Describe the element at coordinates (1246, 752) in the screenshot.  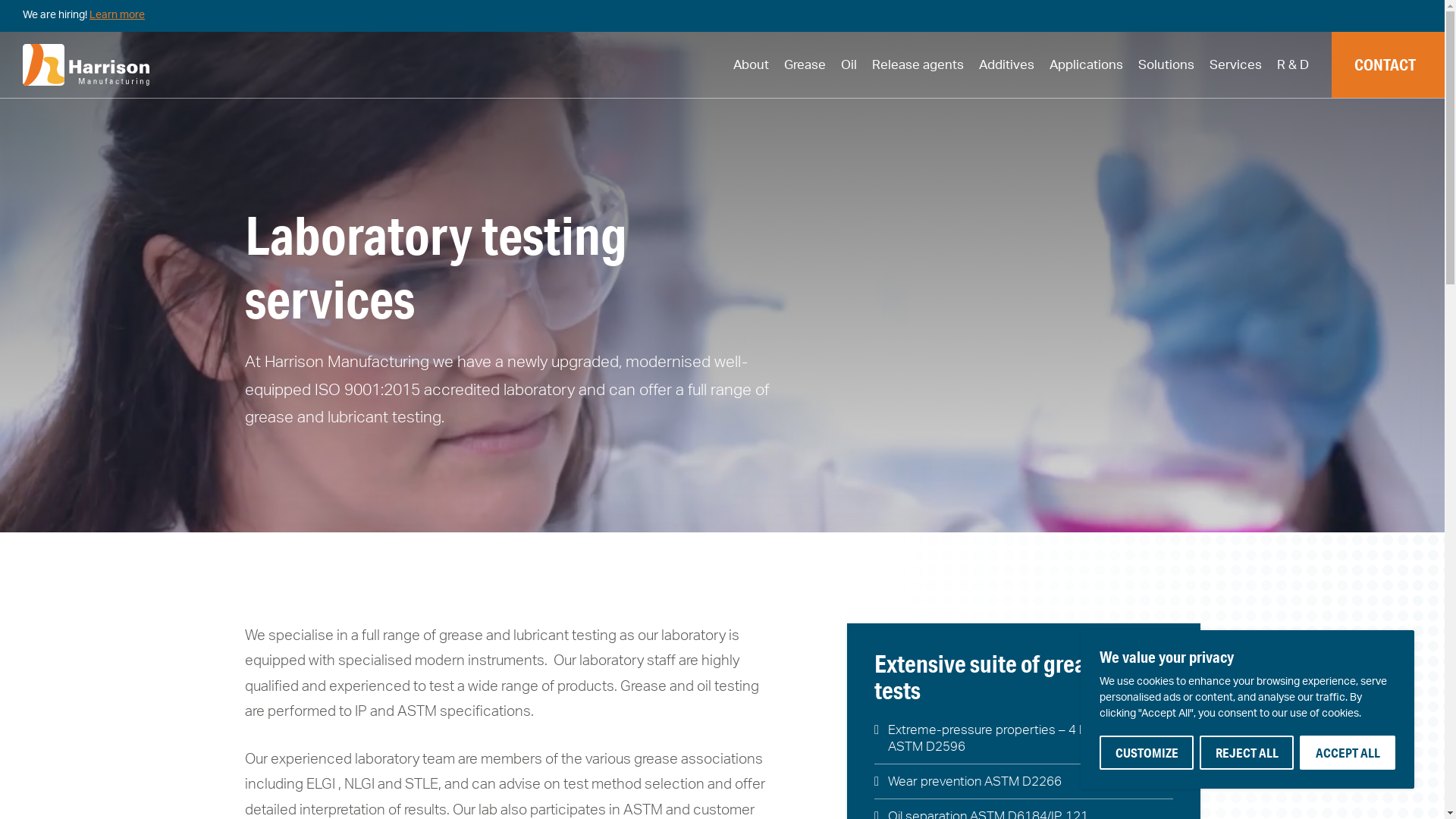
I see `'REJECT ALL'` at that location.